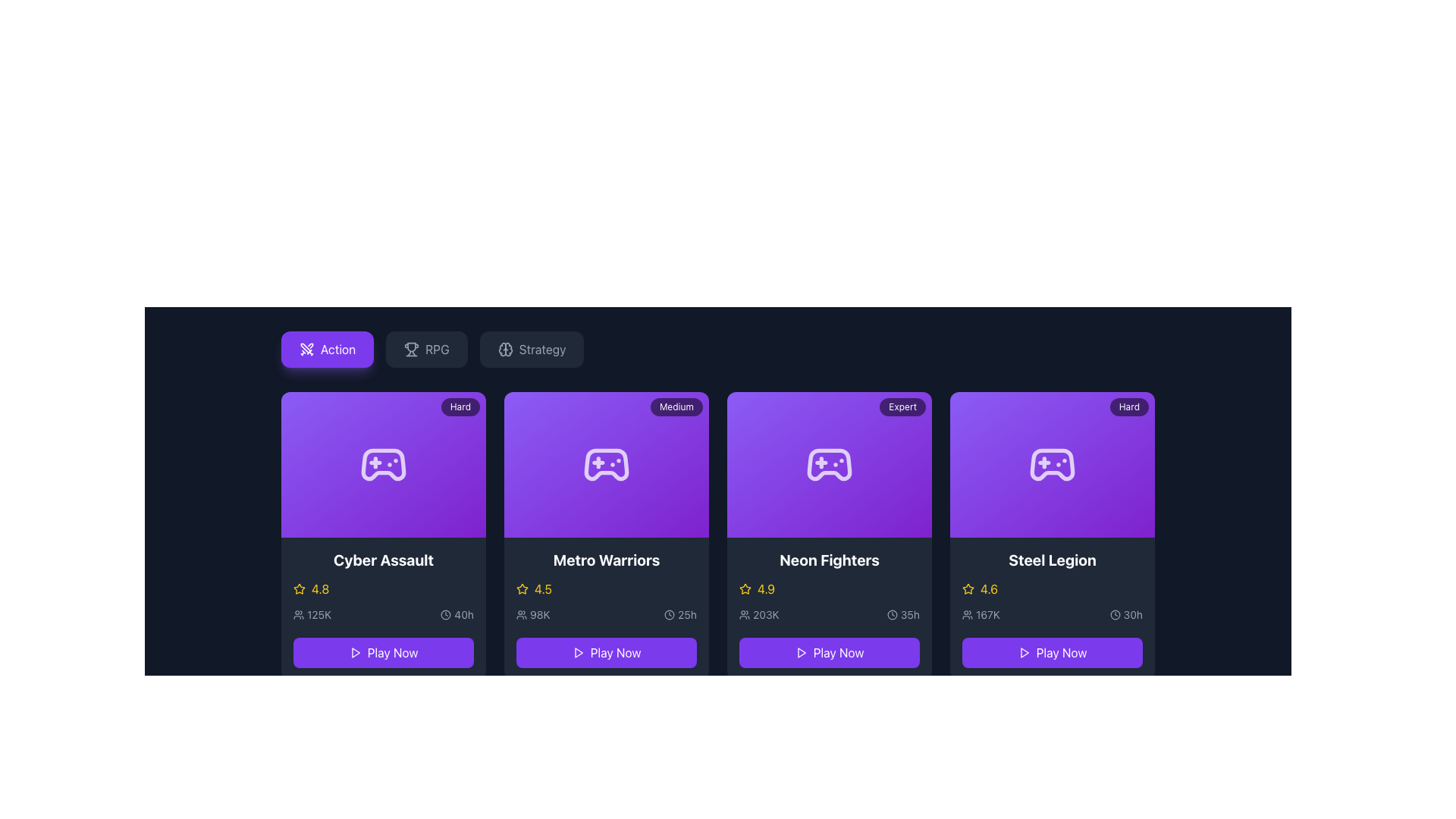  Describe the element at coordinates (412, 350) in the screenshot. I see `the trophy icon located next to the 'RPG' text in the top horizontal navigation bar` at that location.